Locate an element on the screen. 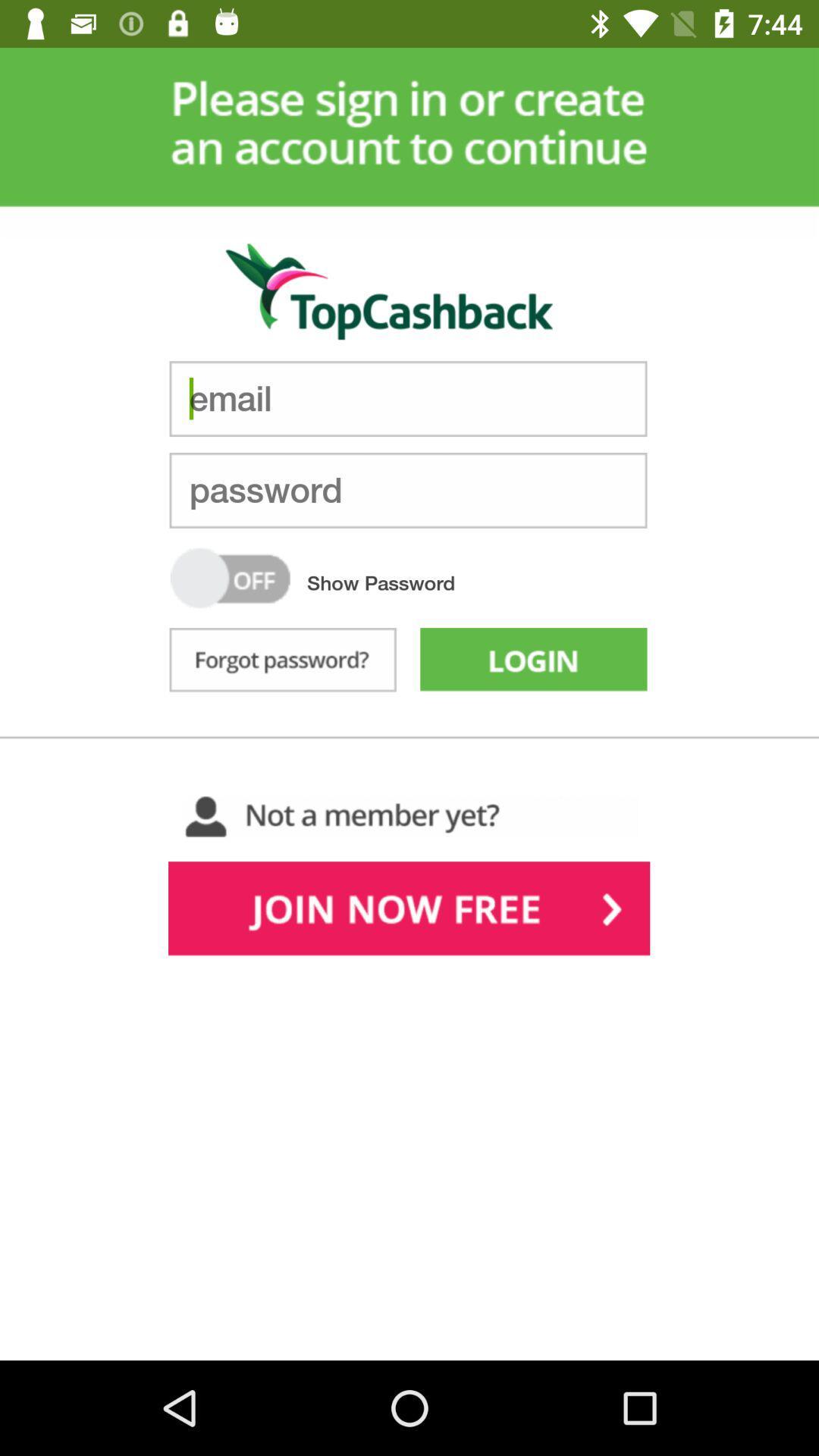 Image resolution: width=819 pixels, height=1456 pixels. type in email address is located at coordinates (407, 399).